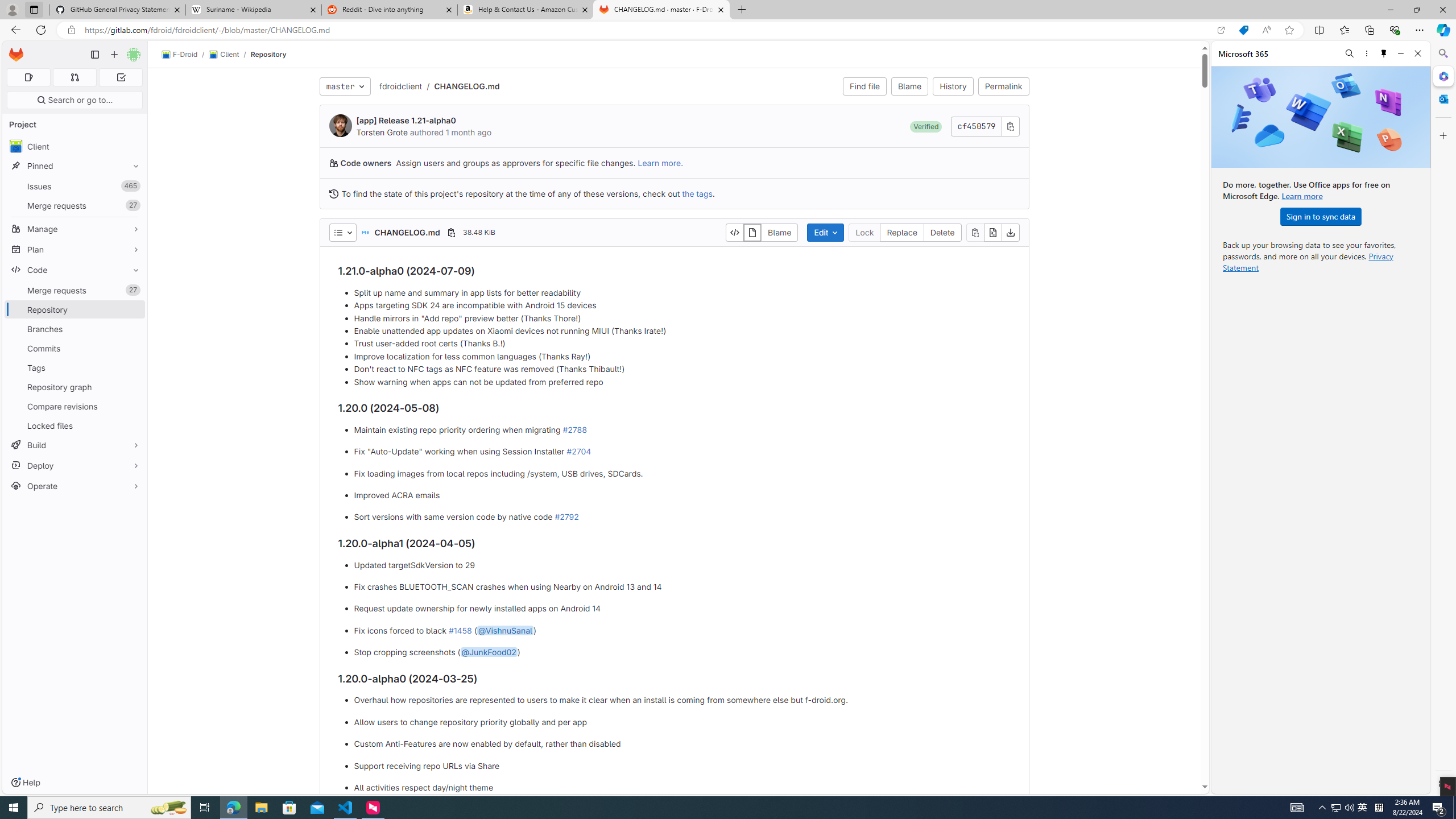 The width and height of the screenshot is (1456, 819). I want to click on 'Client/', so click(229, 54).